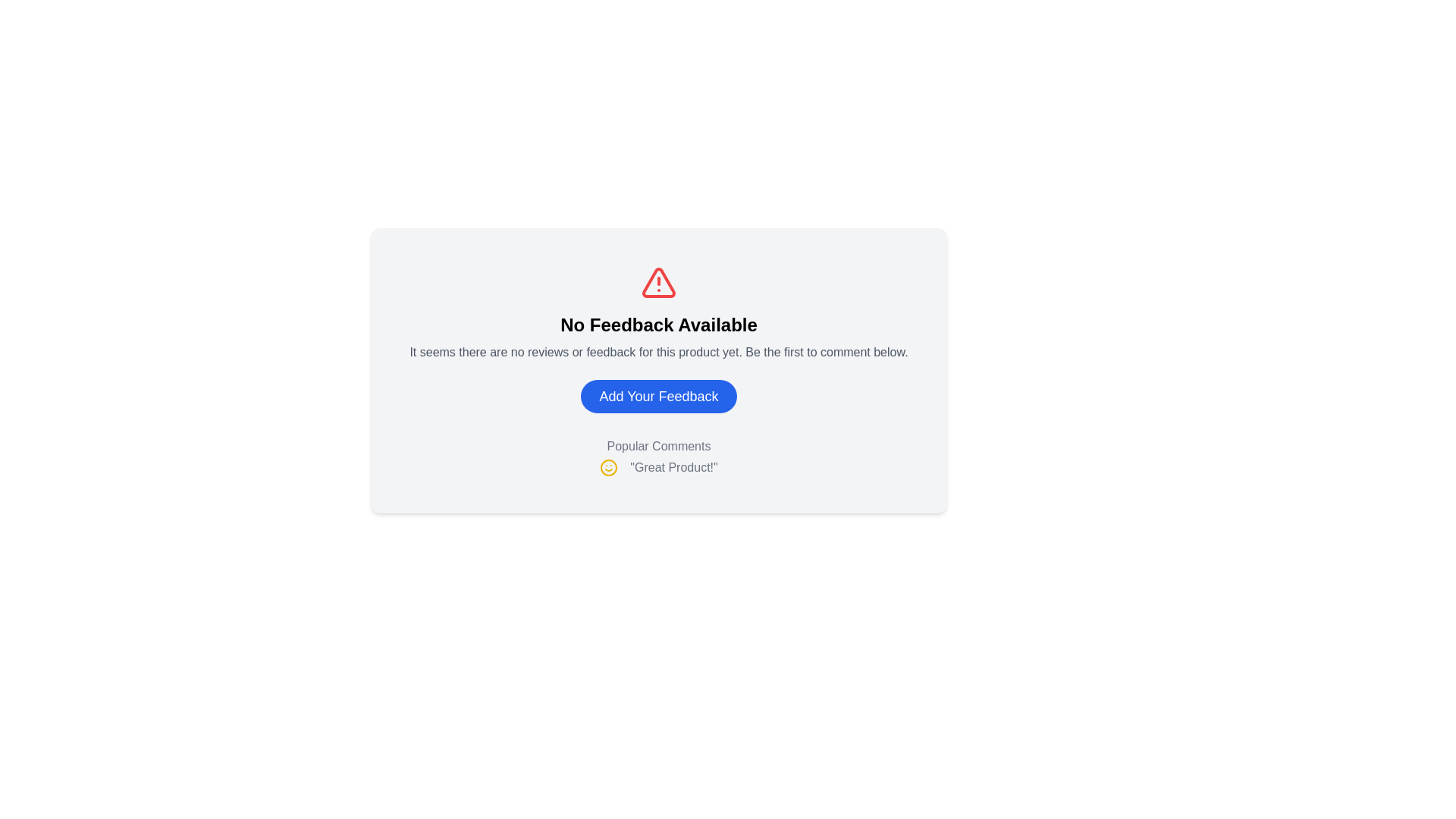 This screenshot has height=819, width=1456. I want to click on the positive sentiment icon located in the 'Popular Comments' section, adjacent to the text 'Great Product!', so click(609, 467).